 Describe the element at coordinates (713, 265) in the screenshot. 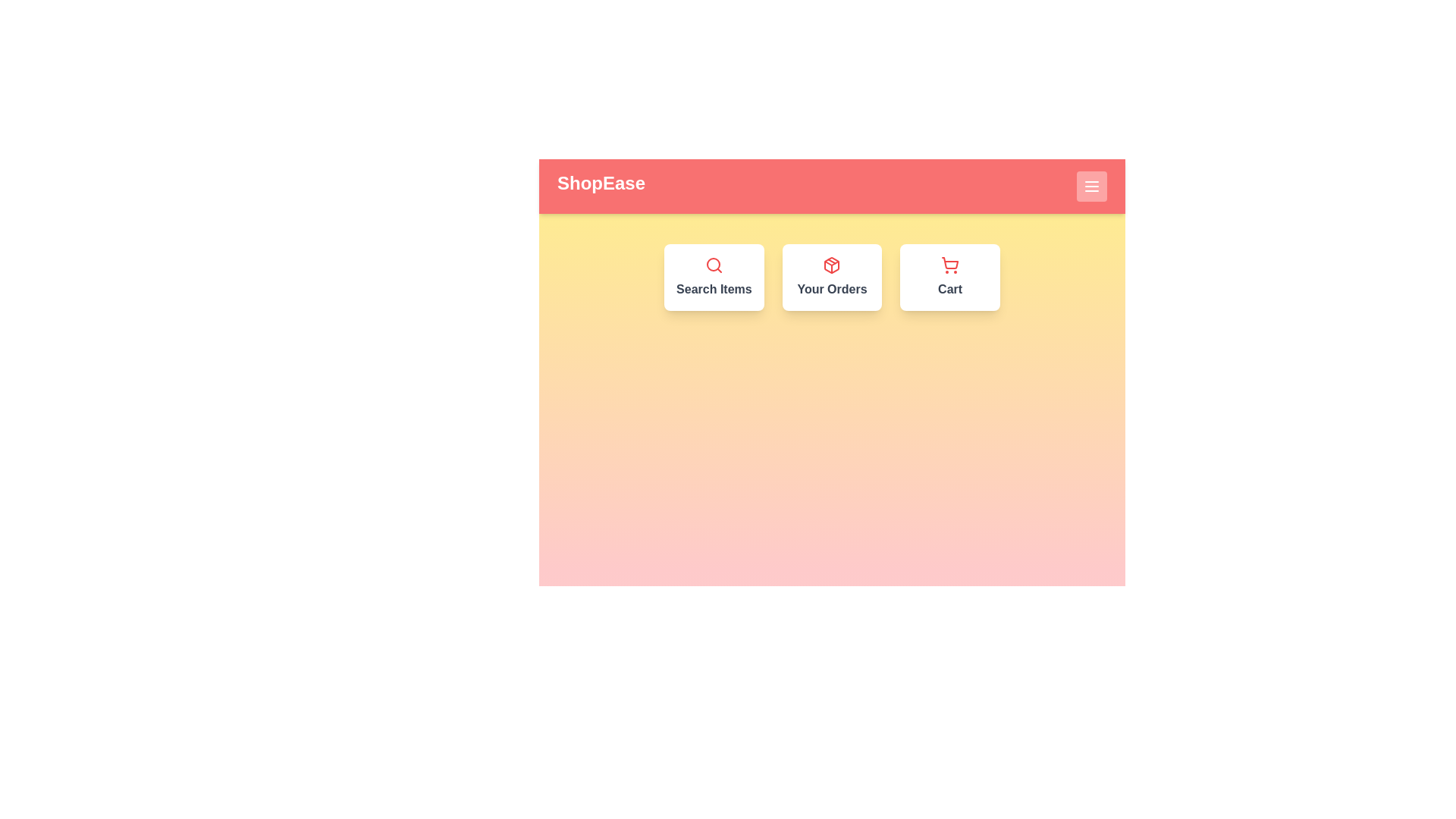

I see `the 'Search Items' icon` at that location.